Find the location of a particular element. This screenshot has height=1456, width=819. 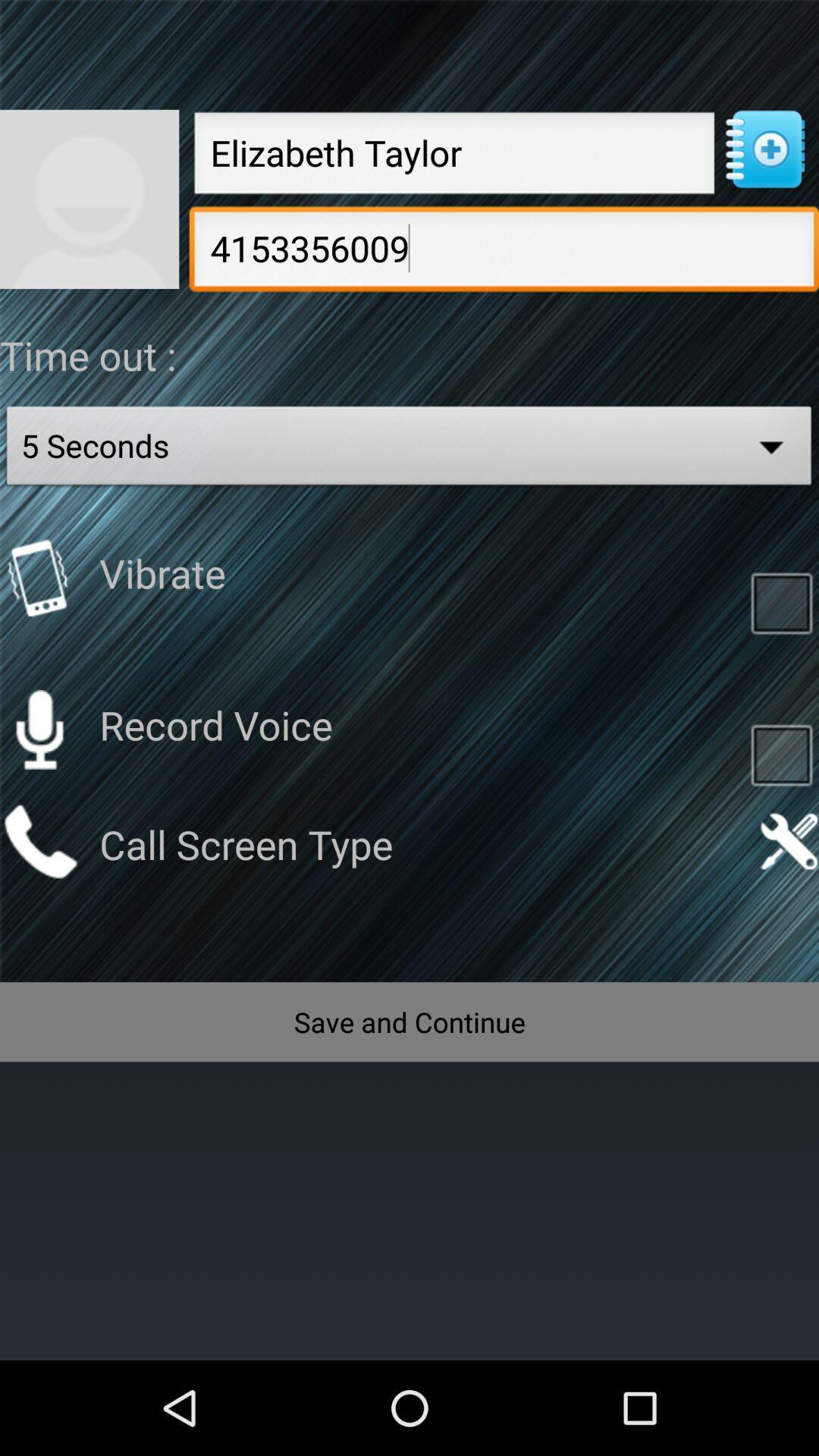

address book is located at coordinates (764, 149).